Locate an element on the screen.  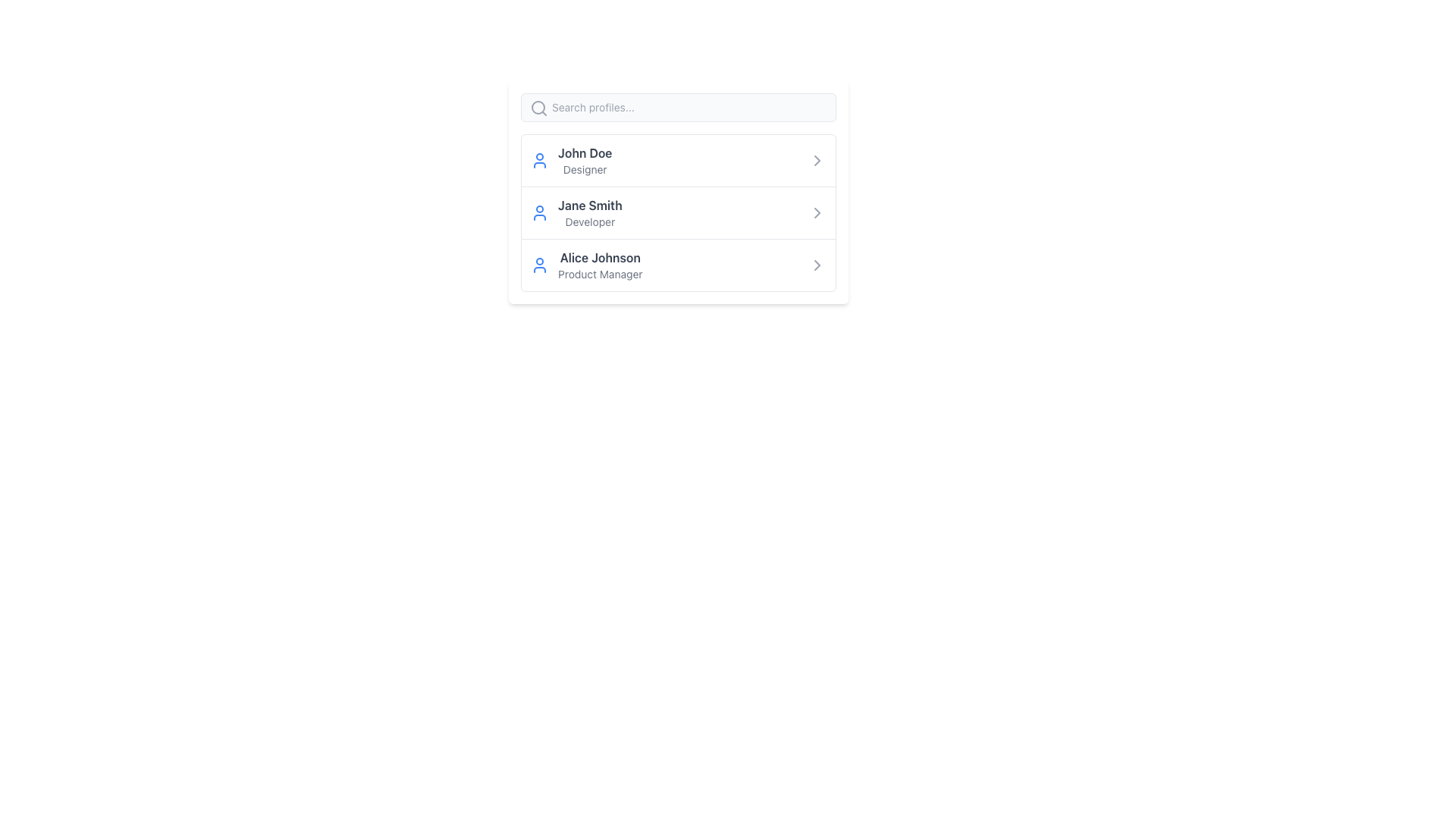
the text display element showing 'Jane Smith' and 'Developer' to make a selection is located at coordinates (589, 213).